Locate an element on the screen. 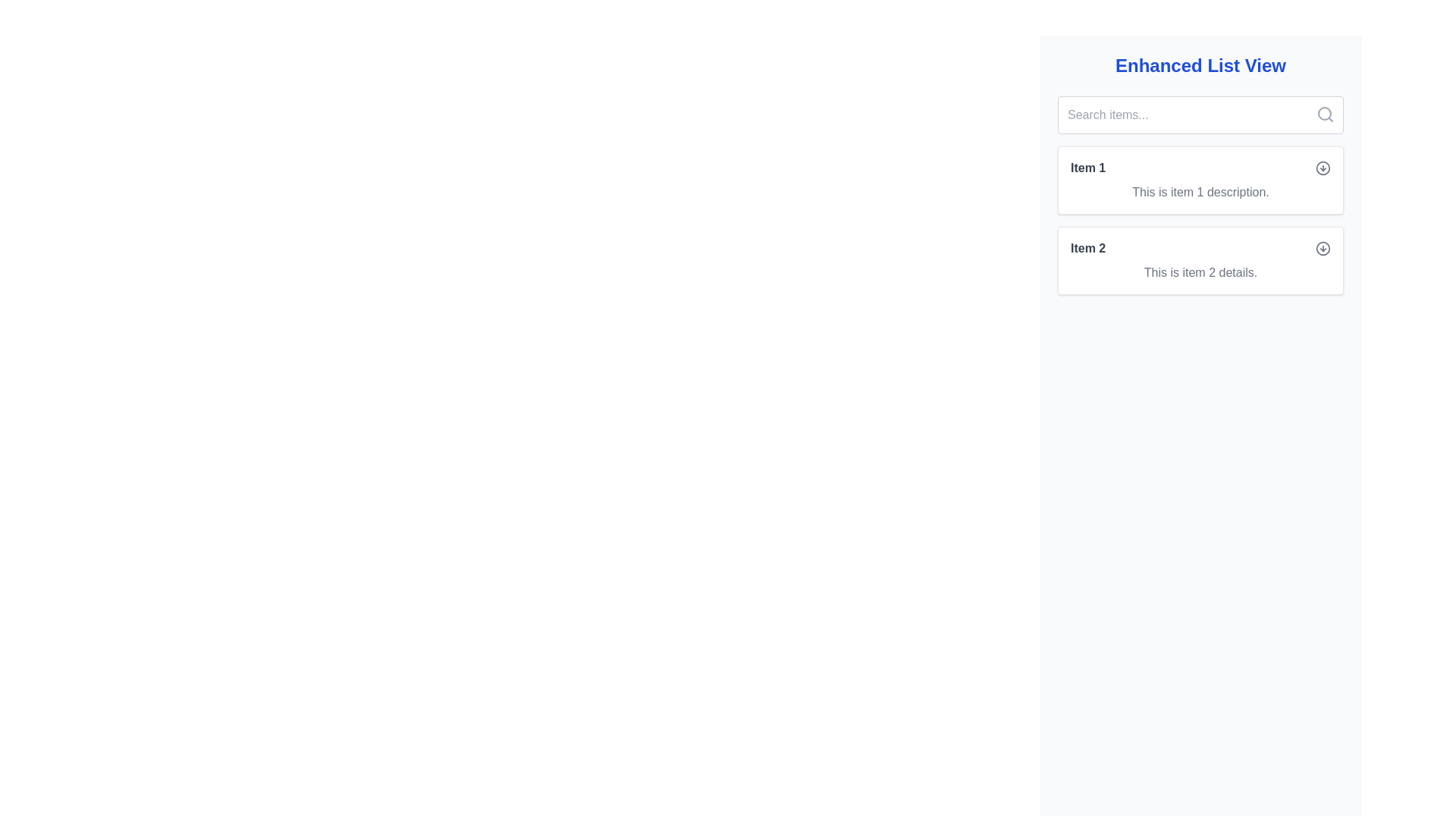 Image resolution: width=1456 pixels, height=819 pixels. the interactive icon button representing a downward arrow encased in a circle, located next to 'Item 2' is located at coordinates (1323, 247).